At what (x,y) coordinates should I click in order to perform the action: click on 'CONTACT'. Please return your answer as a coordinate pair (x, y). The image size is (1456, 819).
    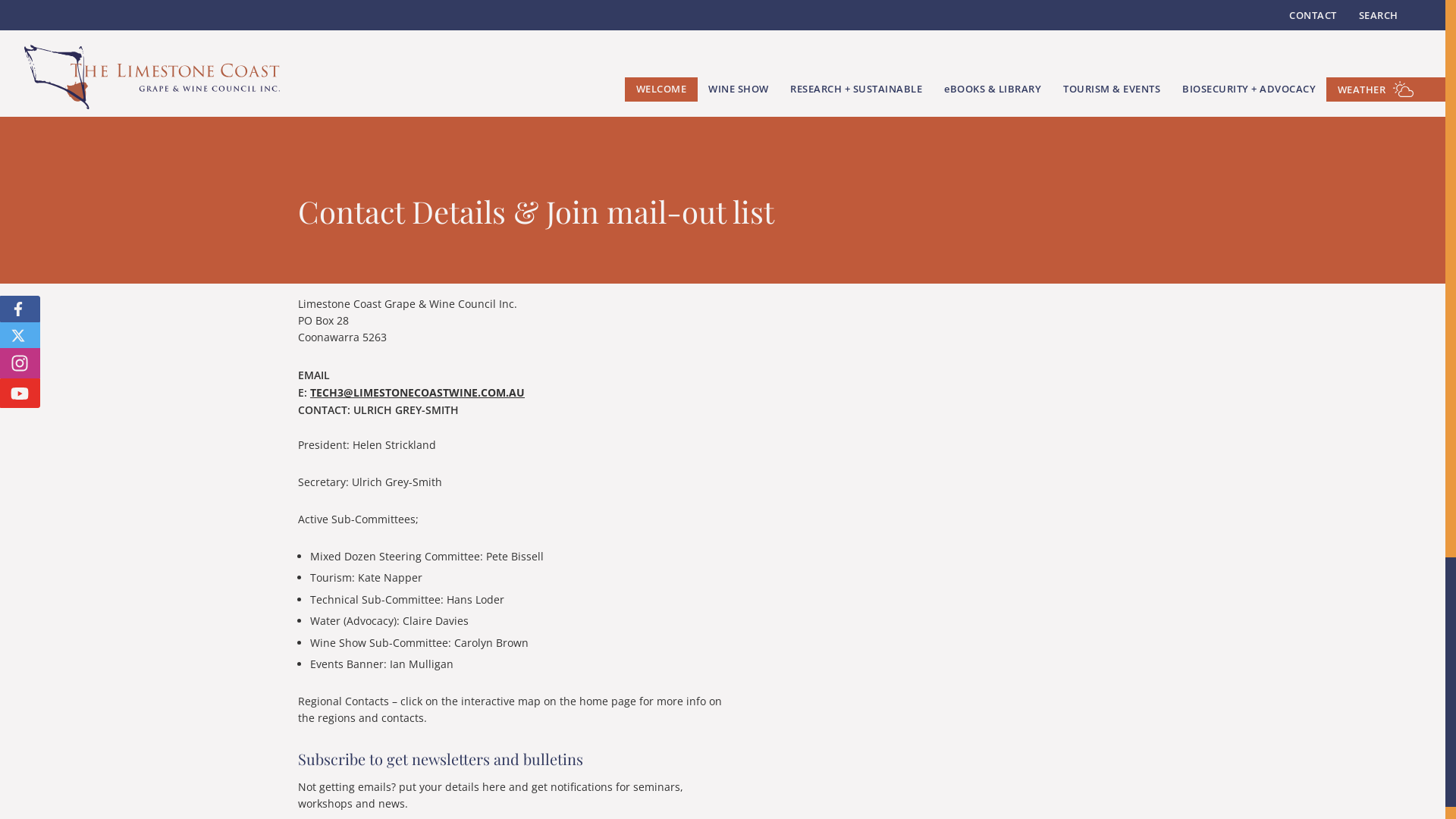
    Looking at the image, I should click on (1312, 14).